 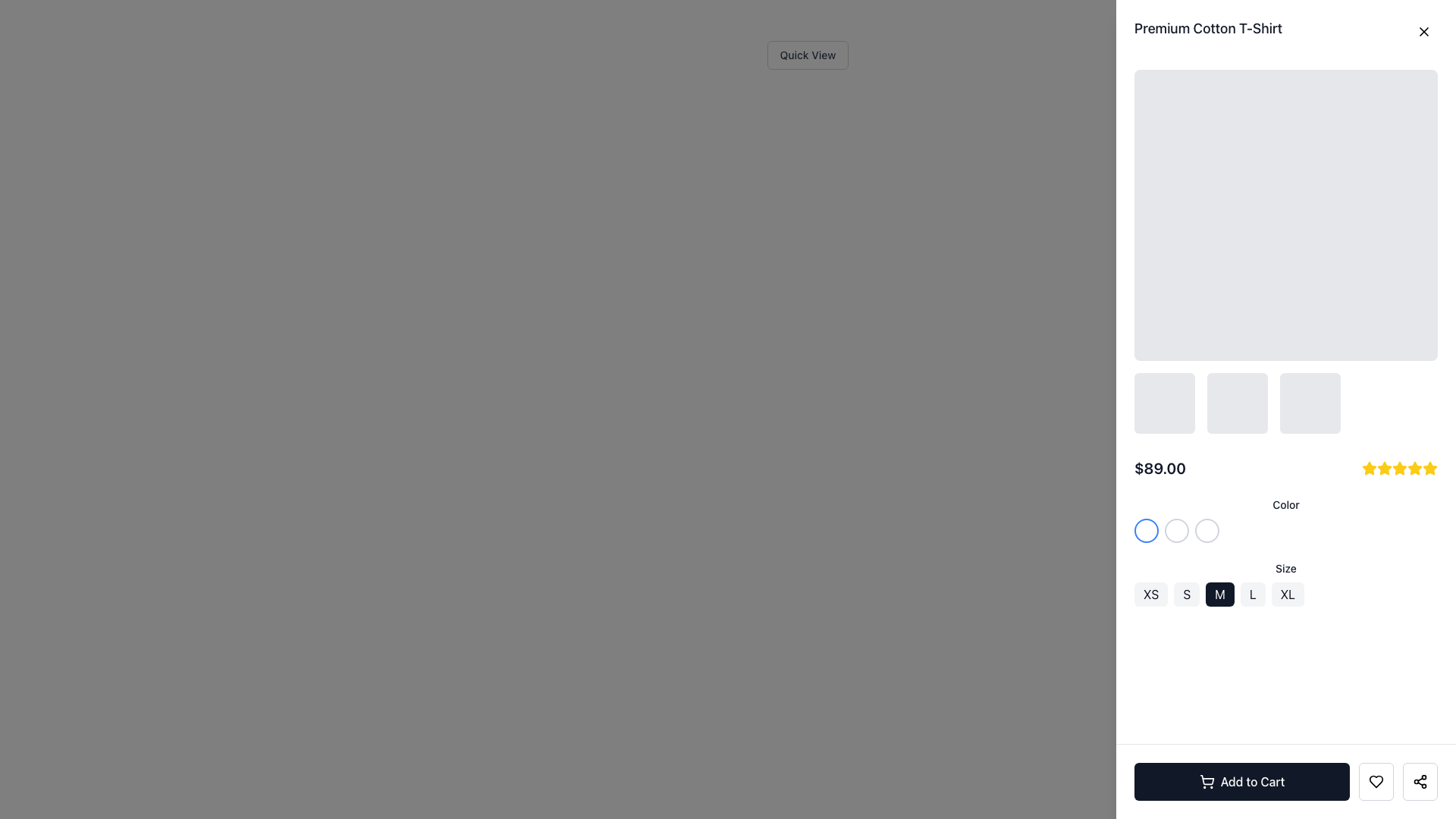 What do you see at coordinates (1285, 250) in the screenshot?
I see `the rectangular gray image placeholder with rounded corners located below the product title 'Premium Cotton T-Shirt' in the upper part of the product details section` at bounding box center [1285, 250].